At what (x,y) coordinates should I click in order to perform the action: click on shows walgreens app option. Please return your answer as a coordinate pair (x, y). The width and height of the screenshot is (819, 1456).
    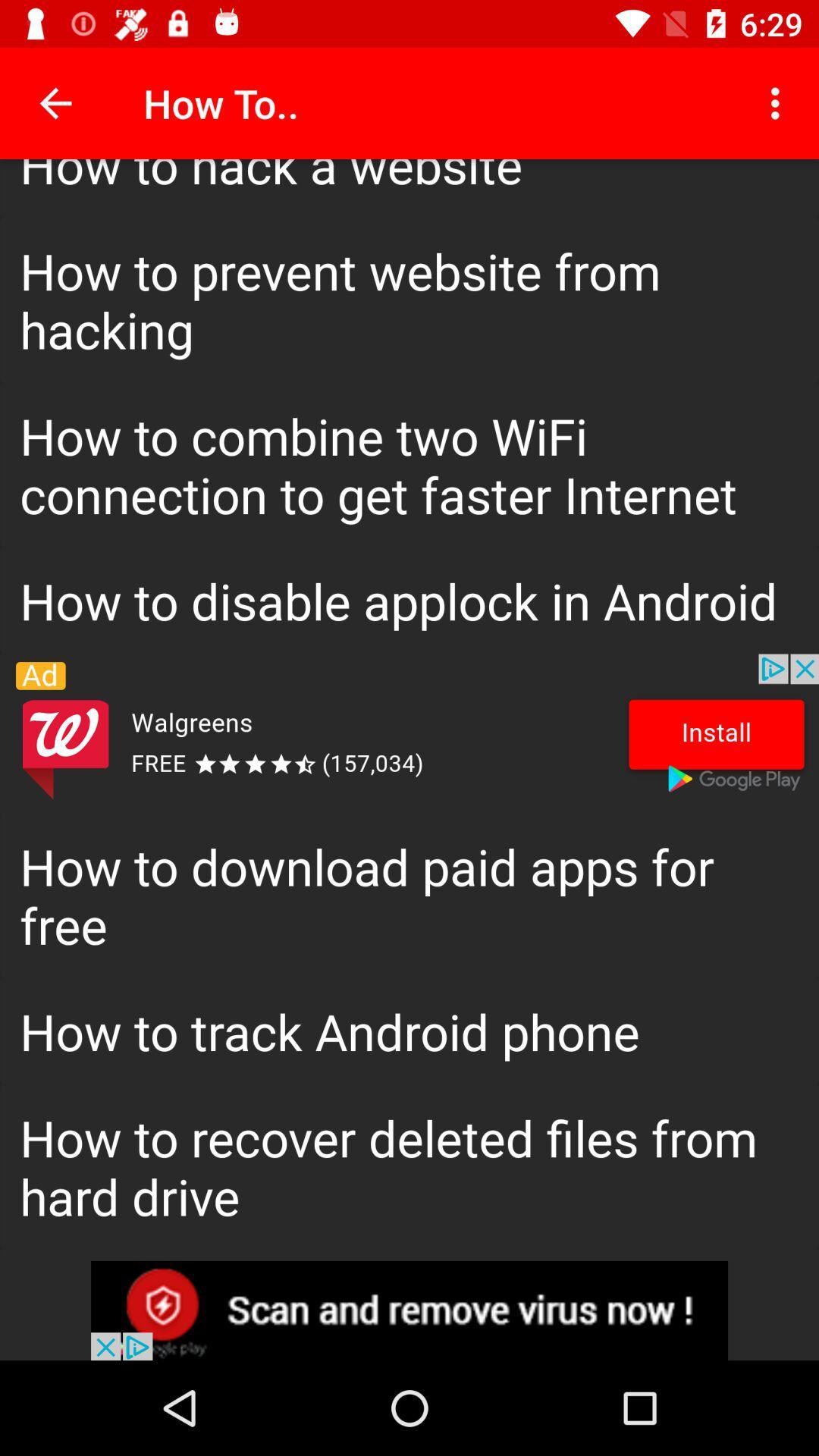
    Looking at the image, I should click on (409, 733).